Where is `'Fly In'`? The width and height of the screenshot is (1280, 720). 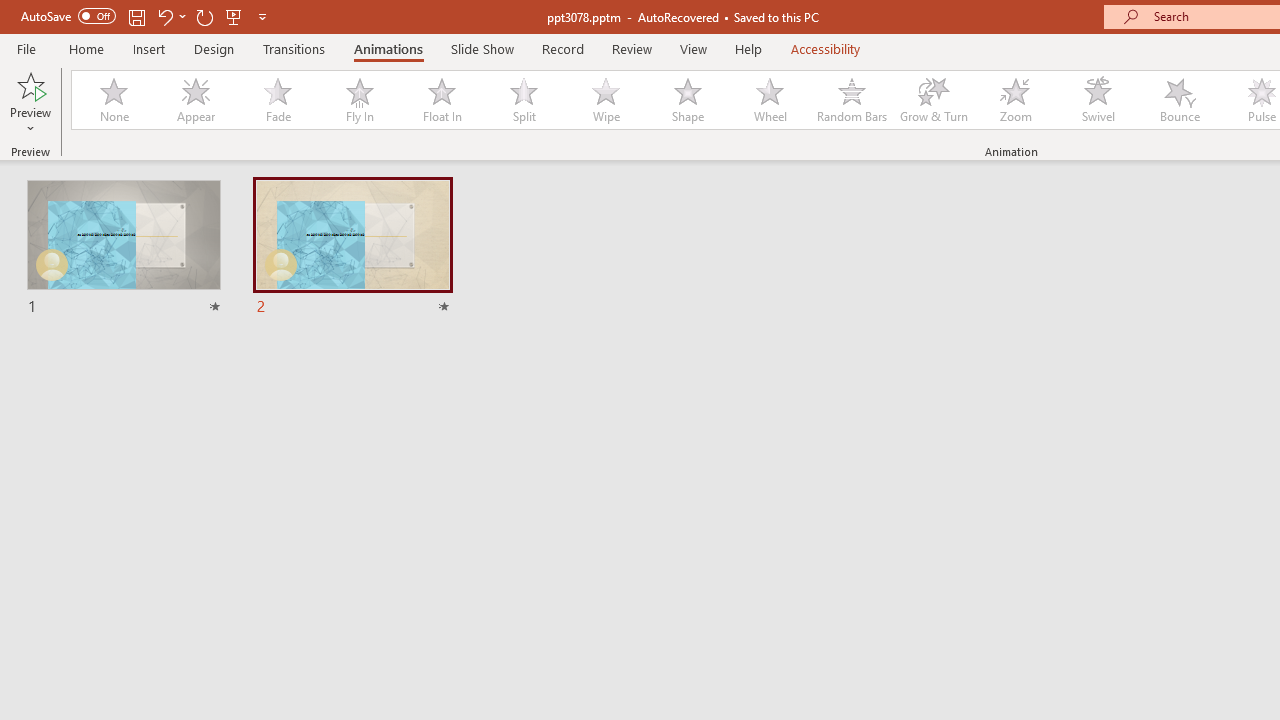 'Fly In' is located at coordinates (359, 100).